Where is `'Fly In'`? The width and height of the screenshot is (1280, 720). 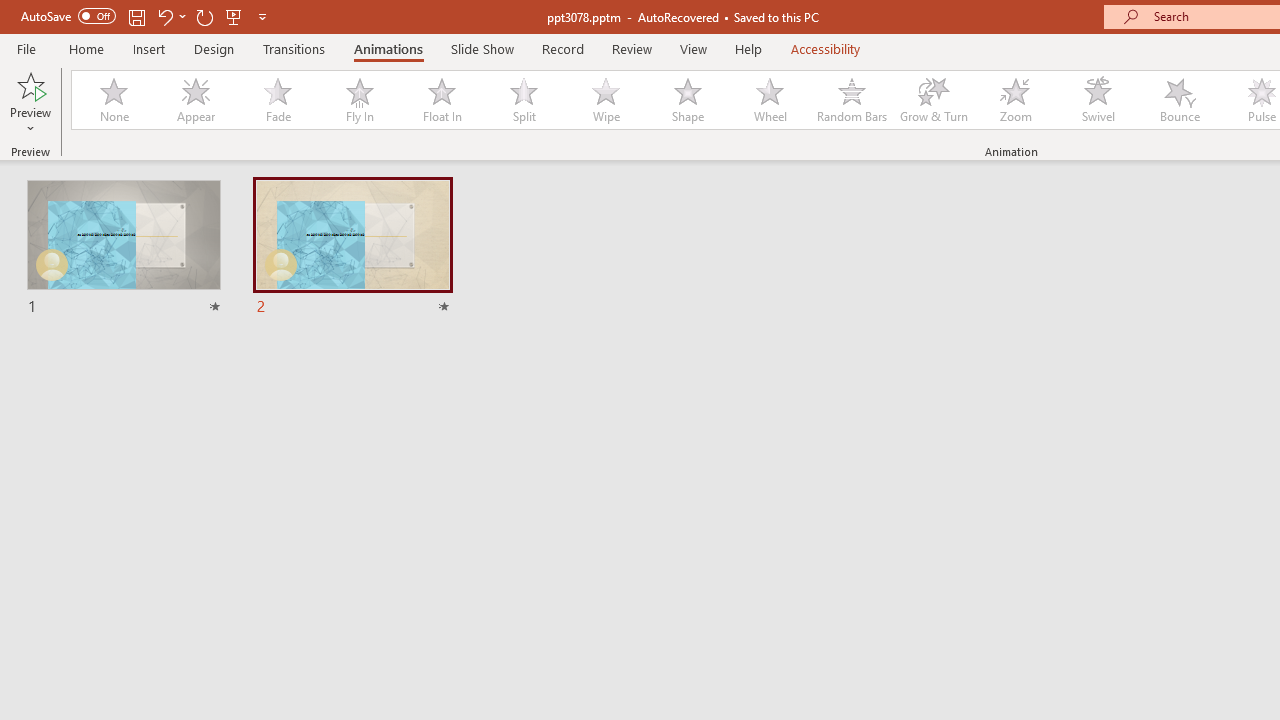 'Fly In' is located at coordinates (359, 100).